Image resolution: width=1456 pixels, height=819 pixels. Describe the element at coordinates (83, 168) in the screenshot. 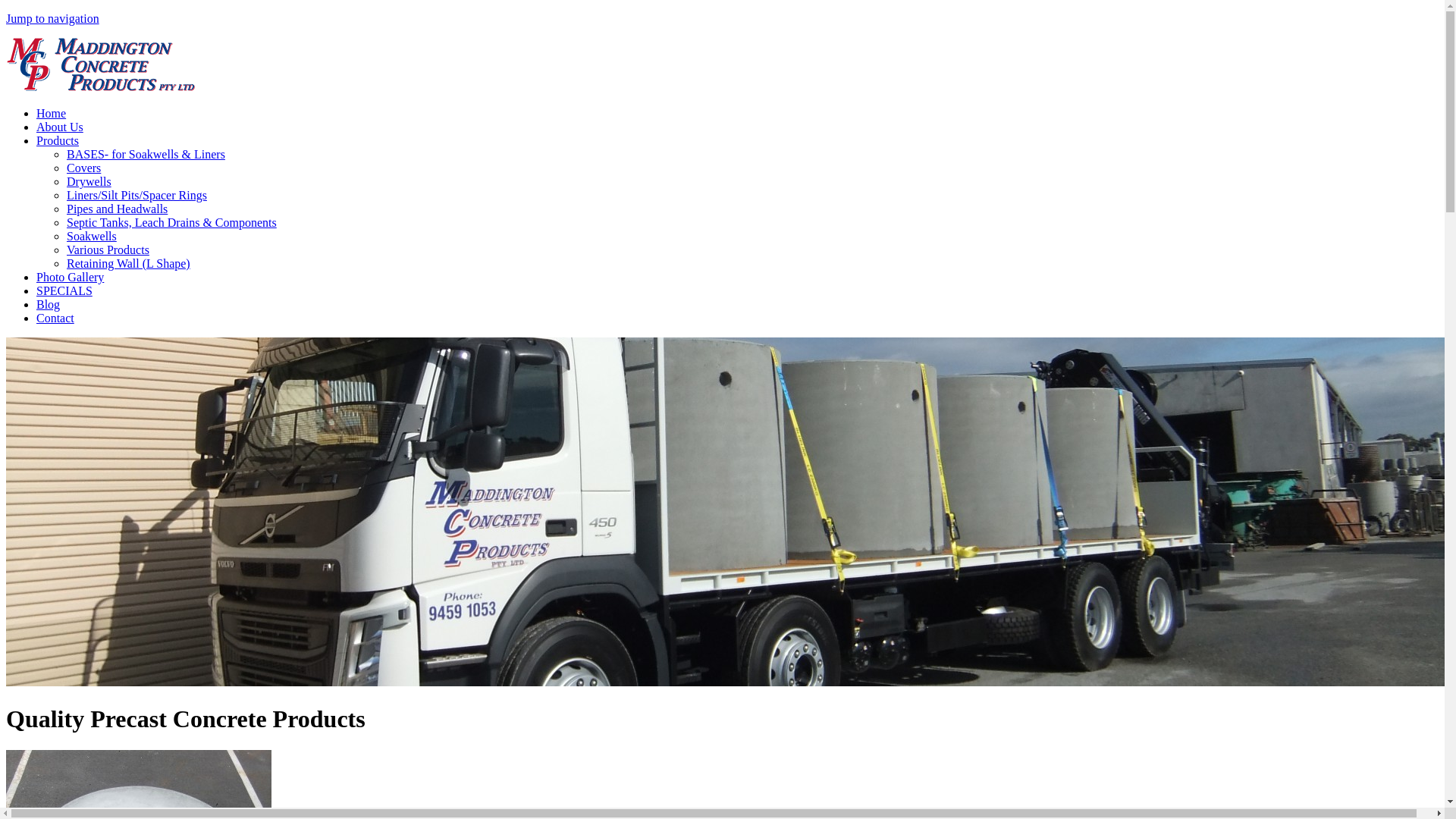

I see `'Covers'` at that location.